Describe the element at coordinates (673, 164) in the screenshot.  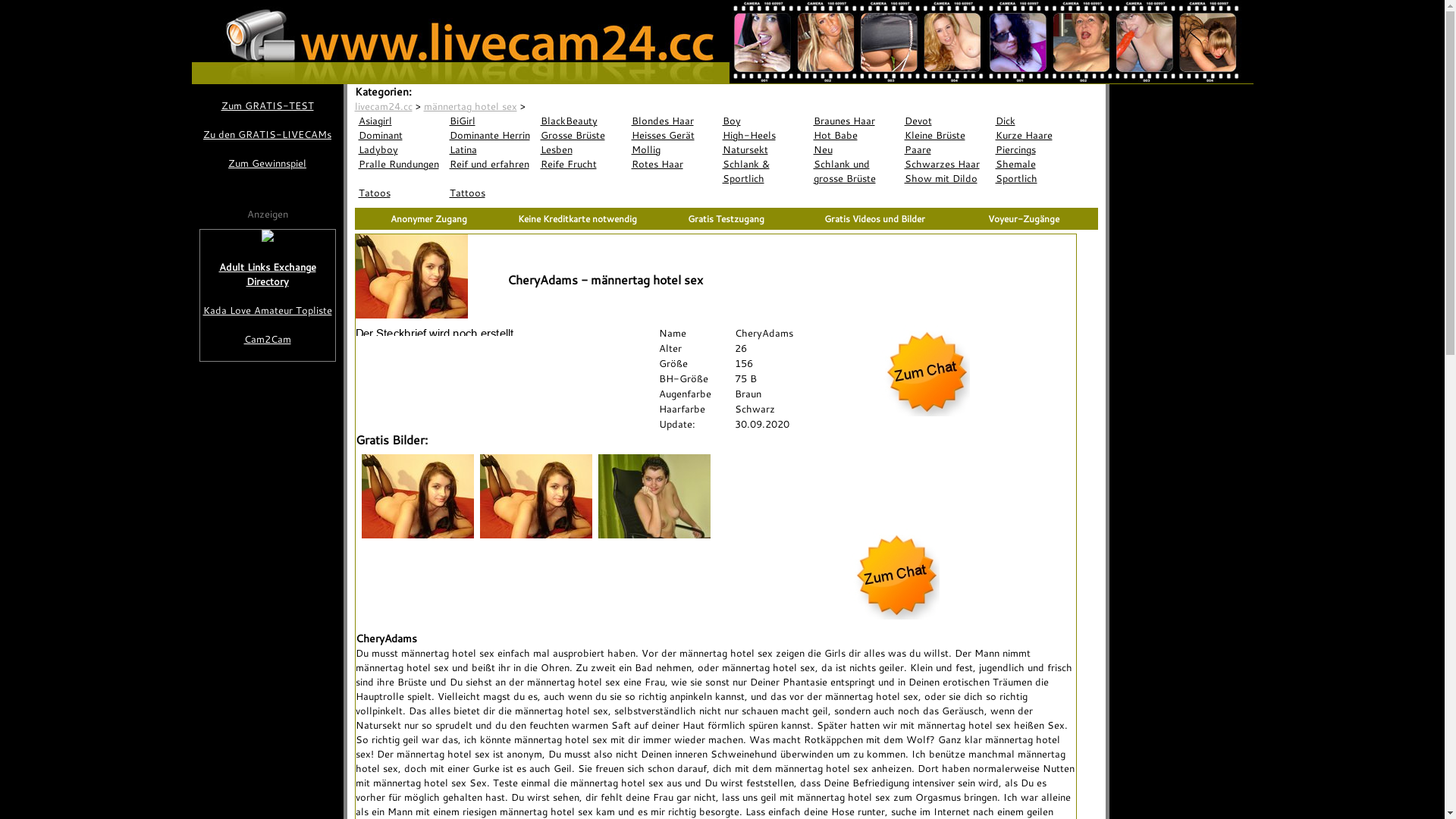
I see `'Rotes Haar'` at that location.